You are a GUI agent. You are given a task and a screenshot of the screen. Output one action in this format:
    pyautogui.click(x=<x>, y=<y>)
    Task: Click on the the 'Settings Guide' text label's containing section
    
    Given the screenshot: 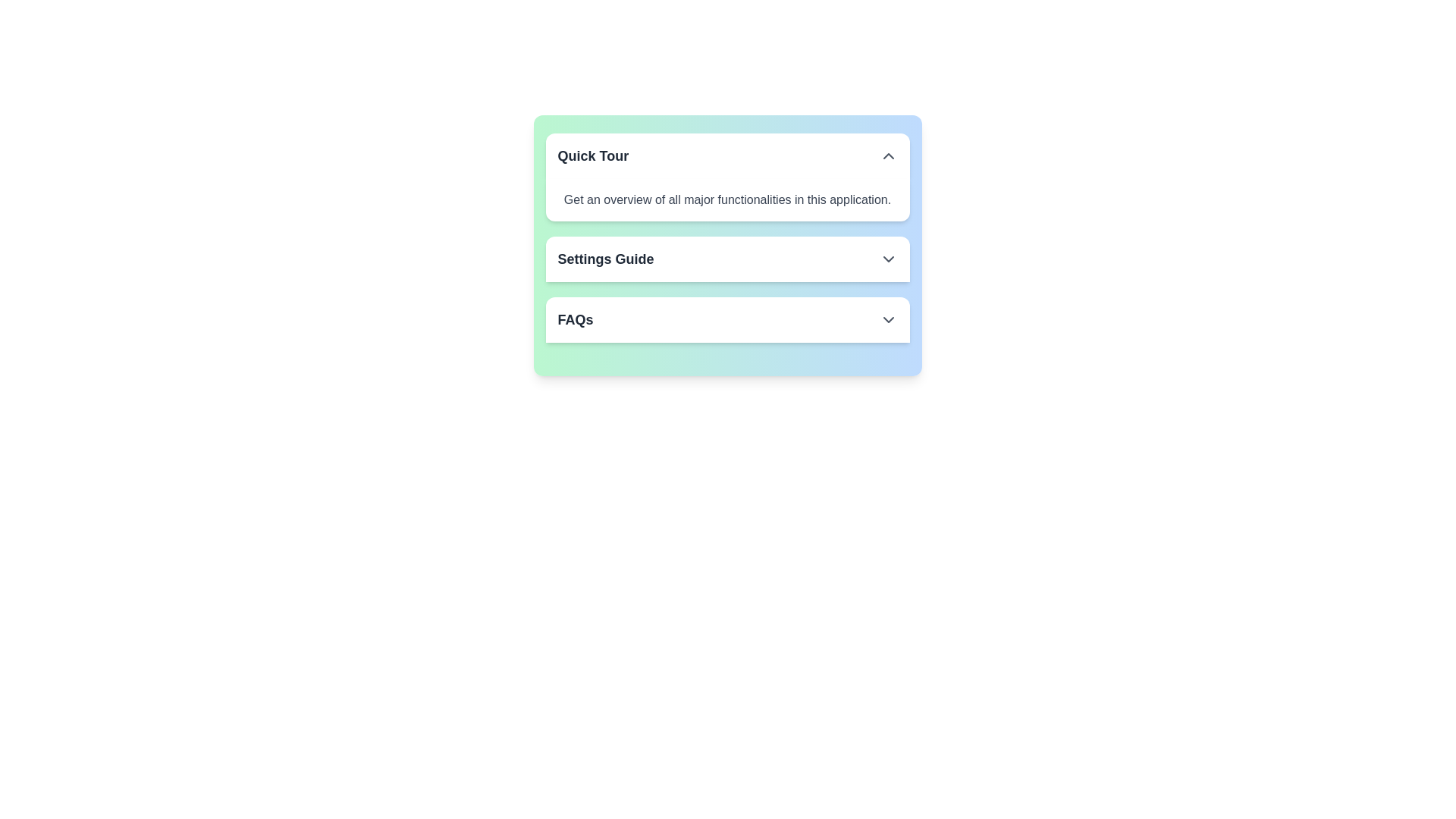 What is the action you would take?
    pyautogui.click(x=605, y=259)
    